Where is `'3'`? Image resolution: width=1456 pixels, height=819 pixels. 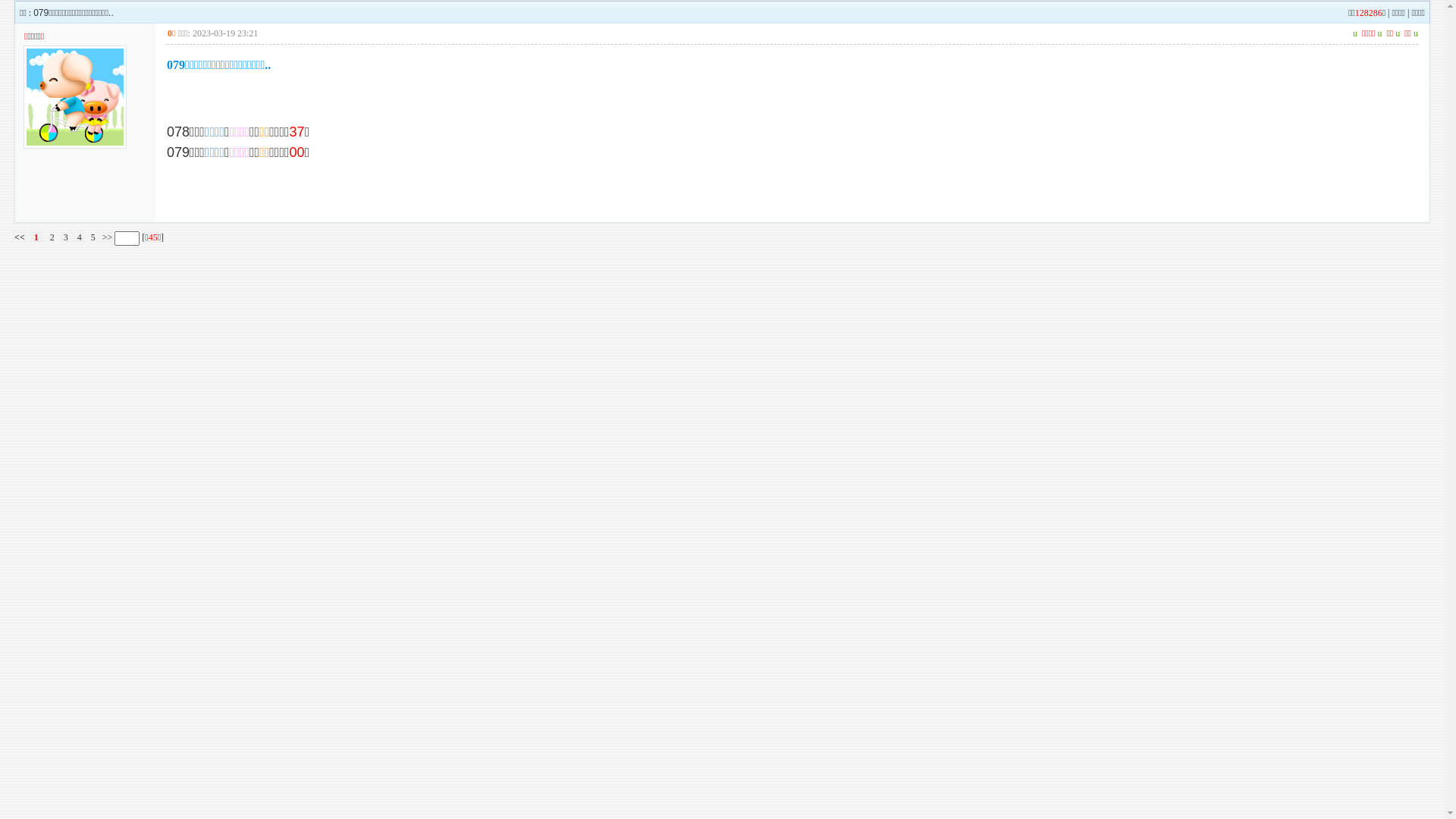 '3' is located at coordinates (64, 237).